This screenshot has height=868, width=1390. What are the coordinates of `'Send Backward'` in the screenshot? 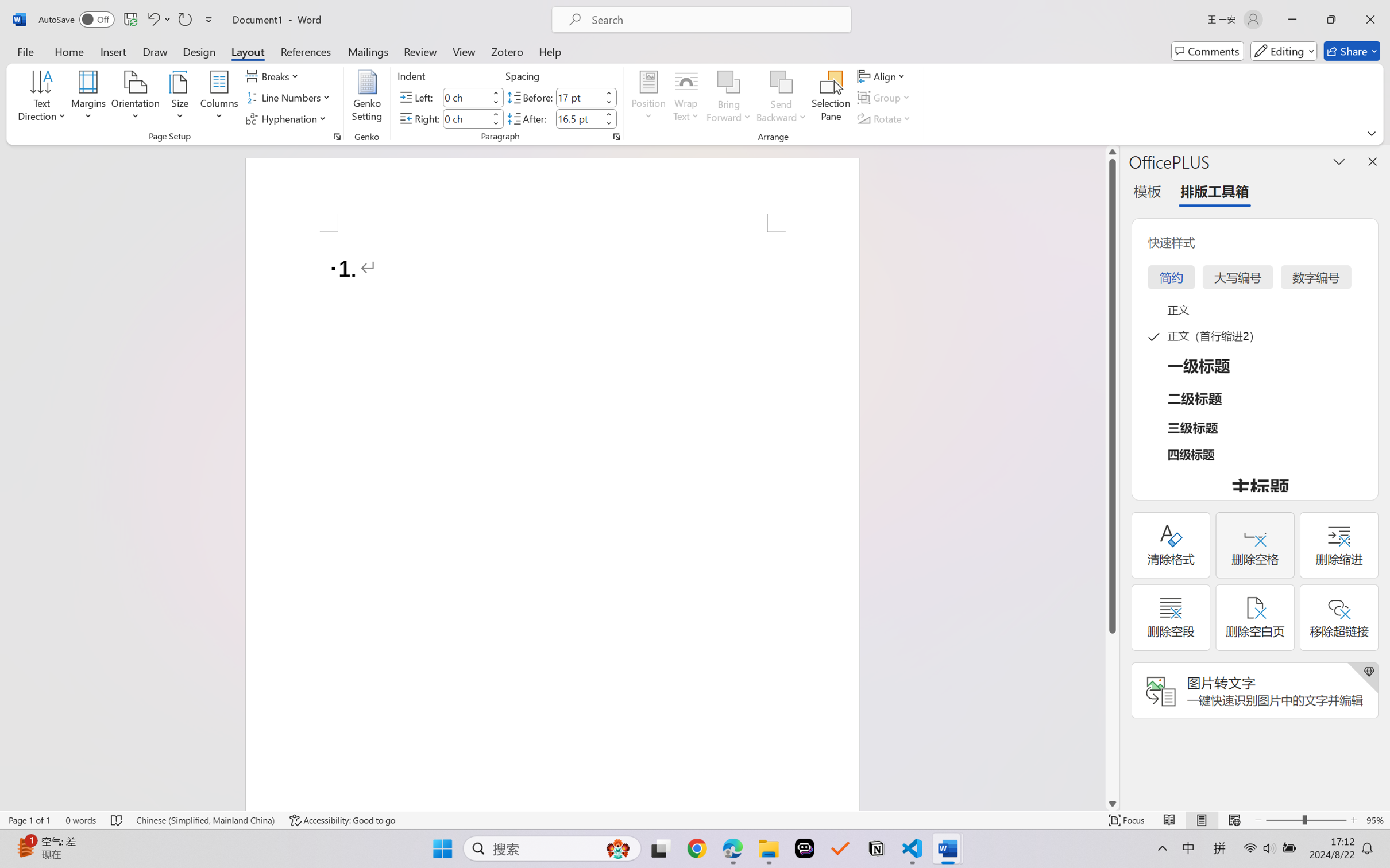 It's located at (781, 98).